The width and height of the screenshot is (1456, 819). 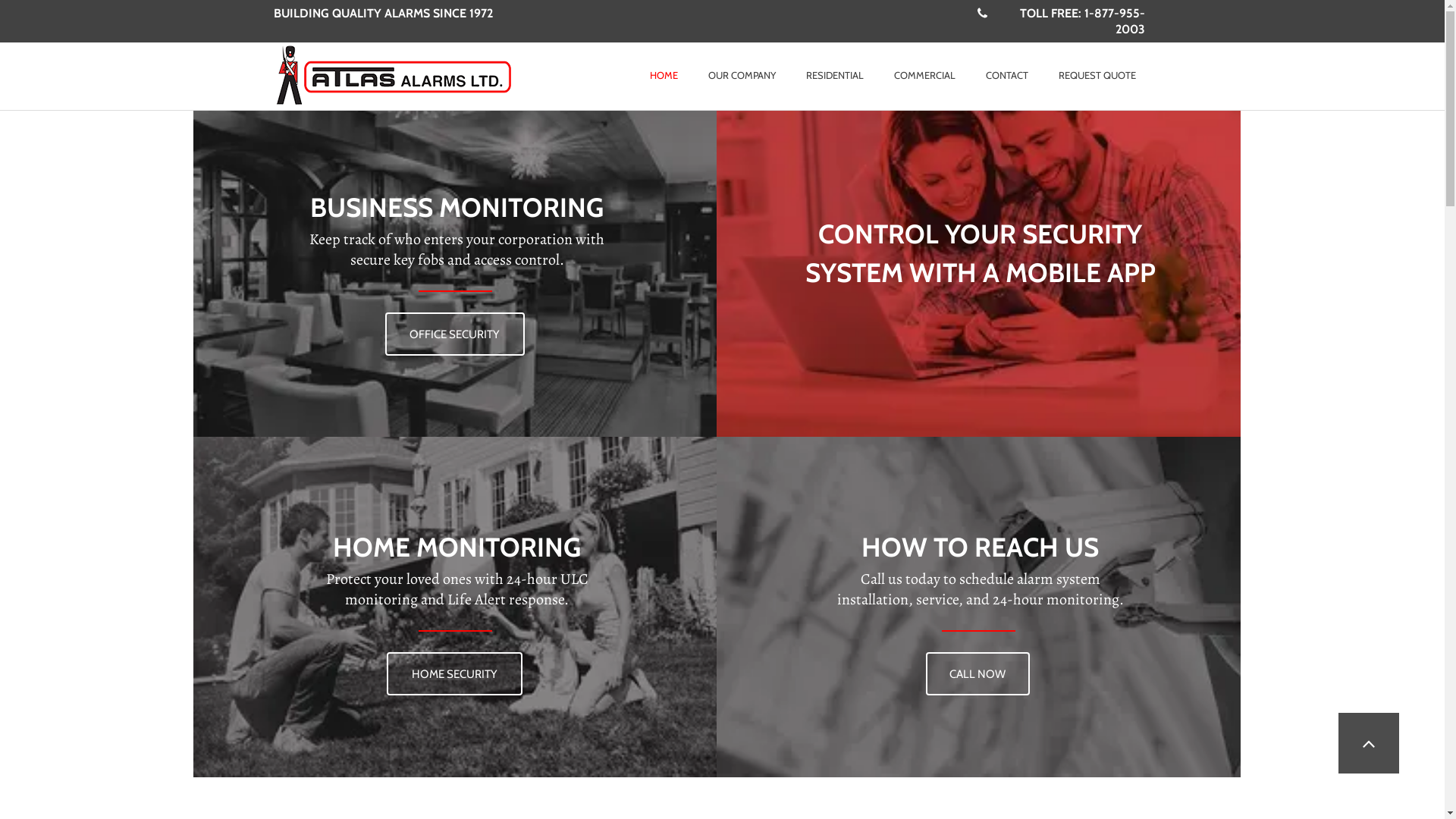 What do you see at coordinates (1114, 20) in the screenshot?
I see `'1-877-955-2003'` at bounding box center [1114, 20].